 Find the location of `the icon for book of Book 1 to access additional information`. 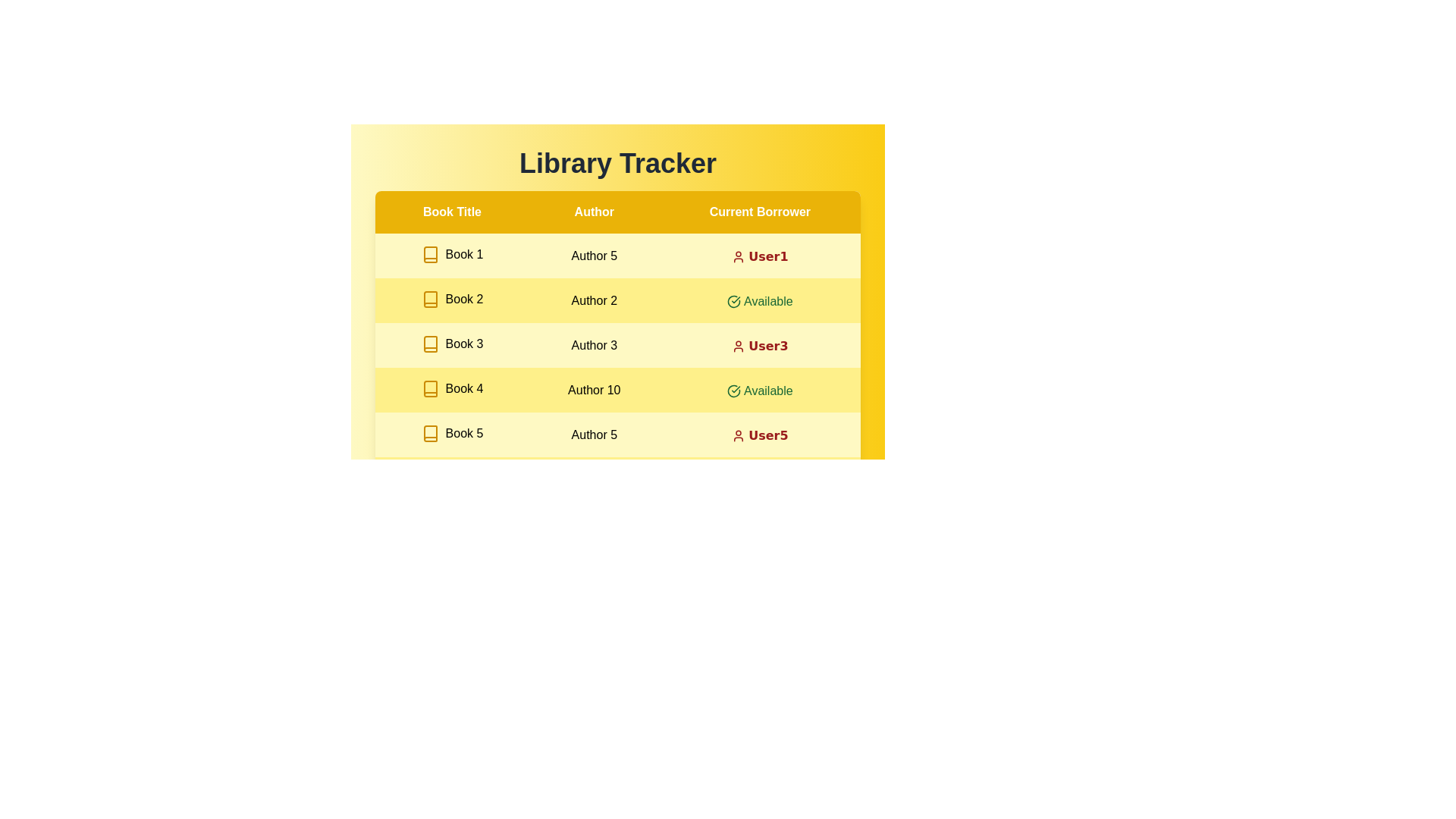

the icon for book of Book 1 to access additional information is located at coordinates (429, 253).